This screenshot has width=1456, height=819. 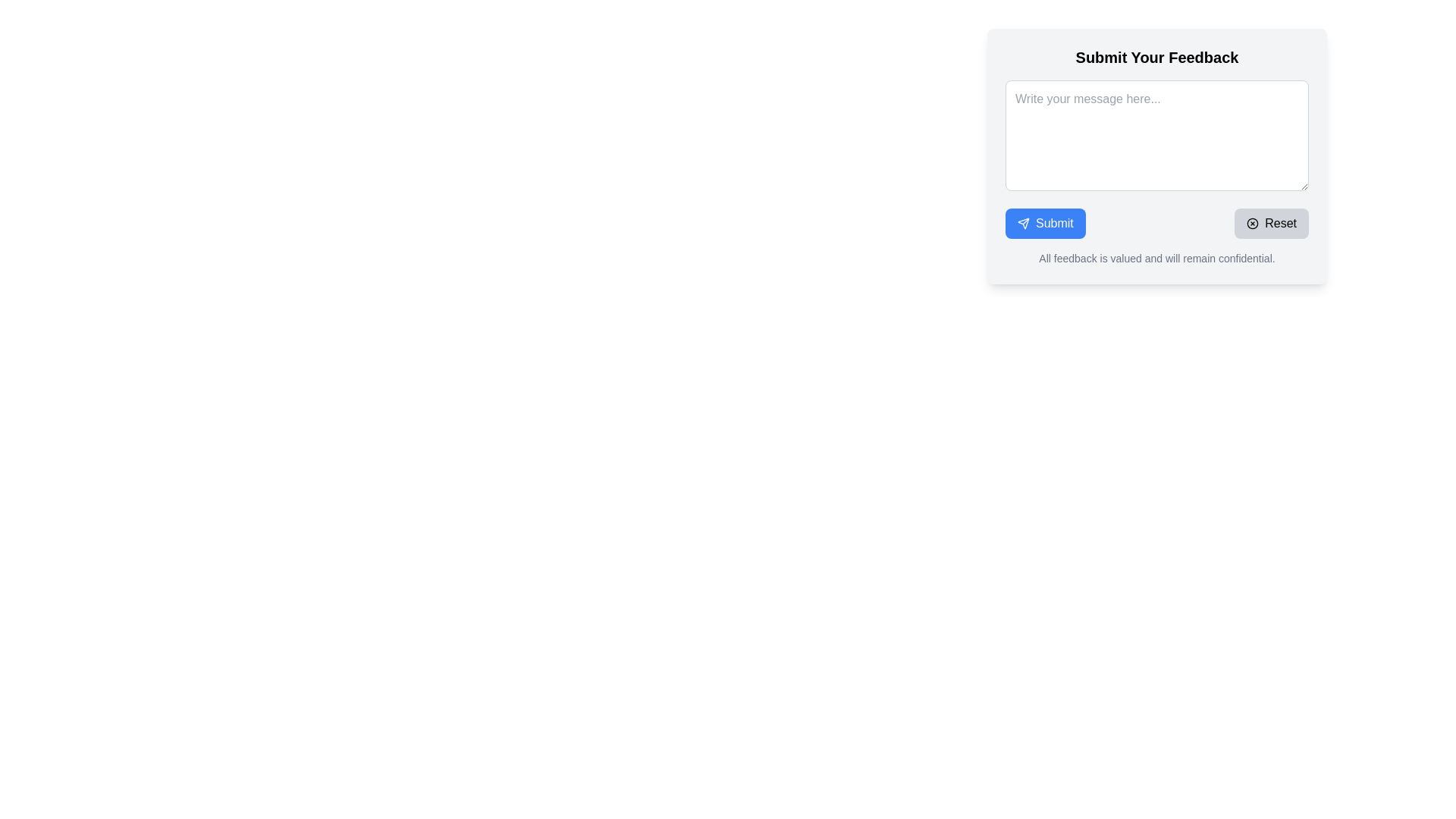 I want to click on the outermost circular part of the icon representing an action or state, located near the bottom right of the 'Submit Your Feedback' form, adjacent to the 'Reset' button, so click(x=1253, y=223).